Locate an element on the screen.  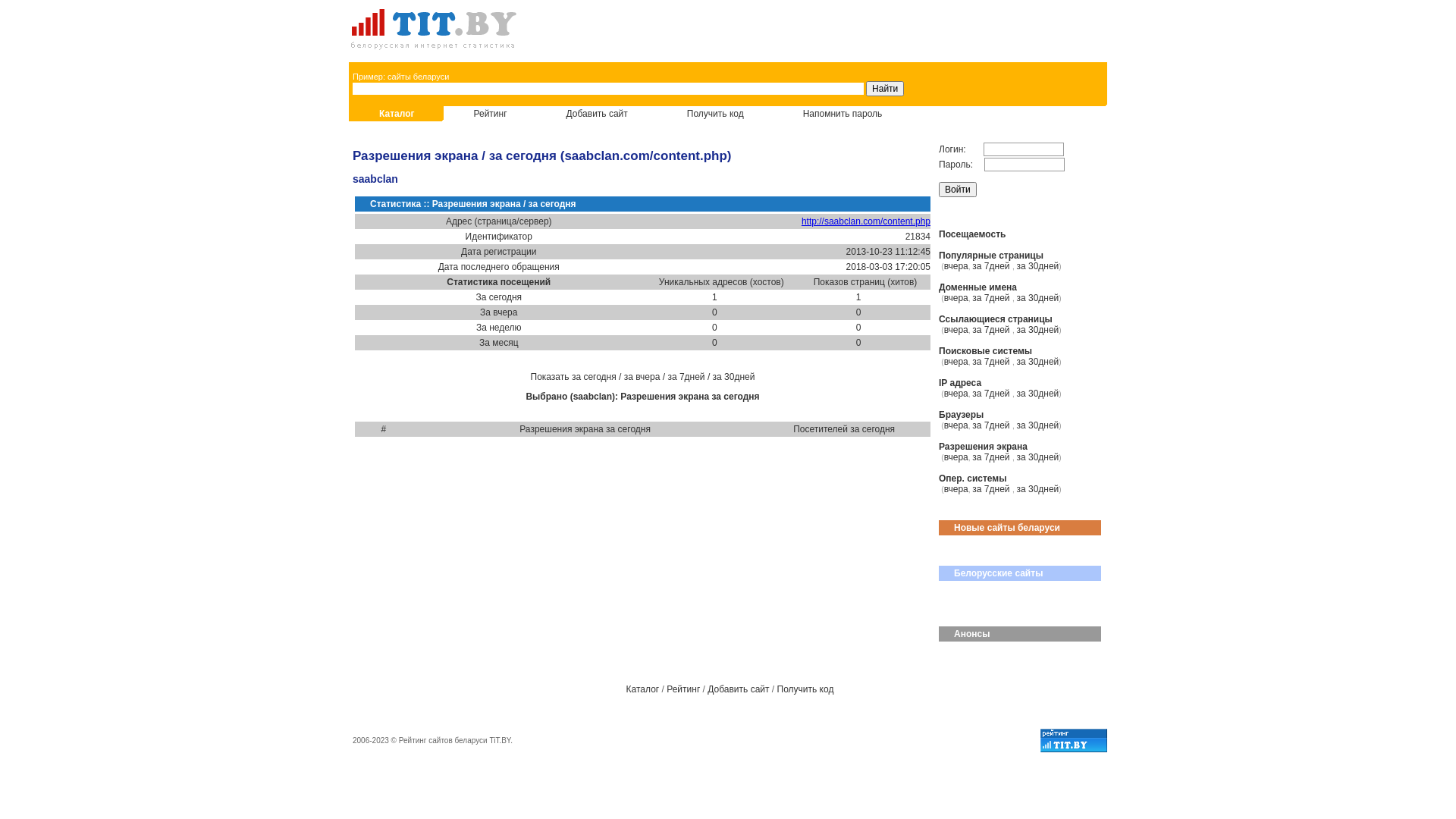
'http://saabclan.com/content.php' is located at coordinates (800, 221).